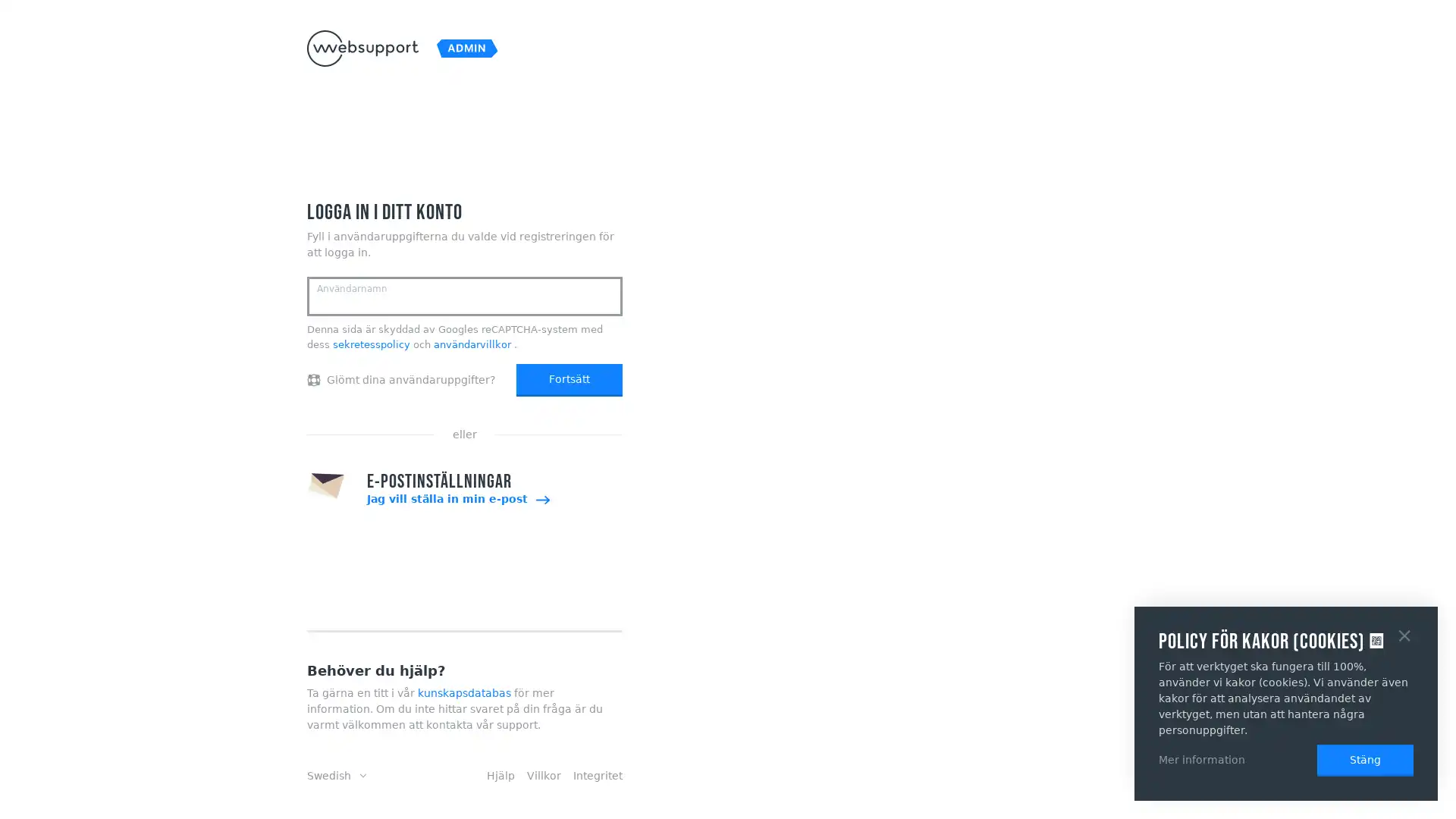 The image size is (1456, 819). What do you see at coordinates (1404, 634) in the screenshot?
I see `Stang` at bounding box center [1404, 634].